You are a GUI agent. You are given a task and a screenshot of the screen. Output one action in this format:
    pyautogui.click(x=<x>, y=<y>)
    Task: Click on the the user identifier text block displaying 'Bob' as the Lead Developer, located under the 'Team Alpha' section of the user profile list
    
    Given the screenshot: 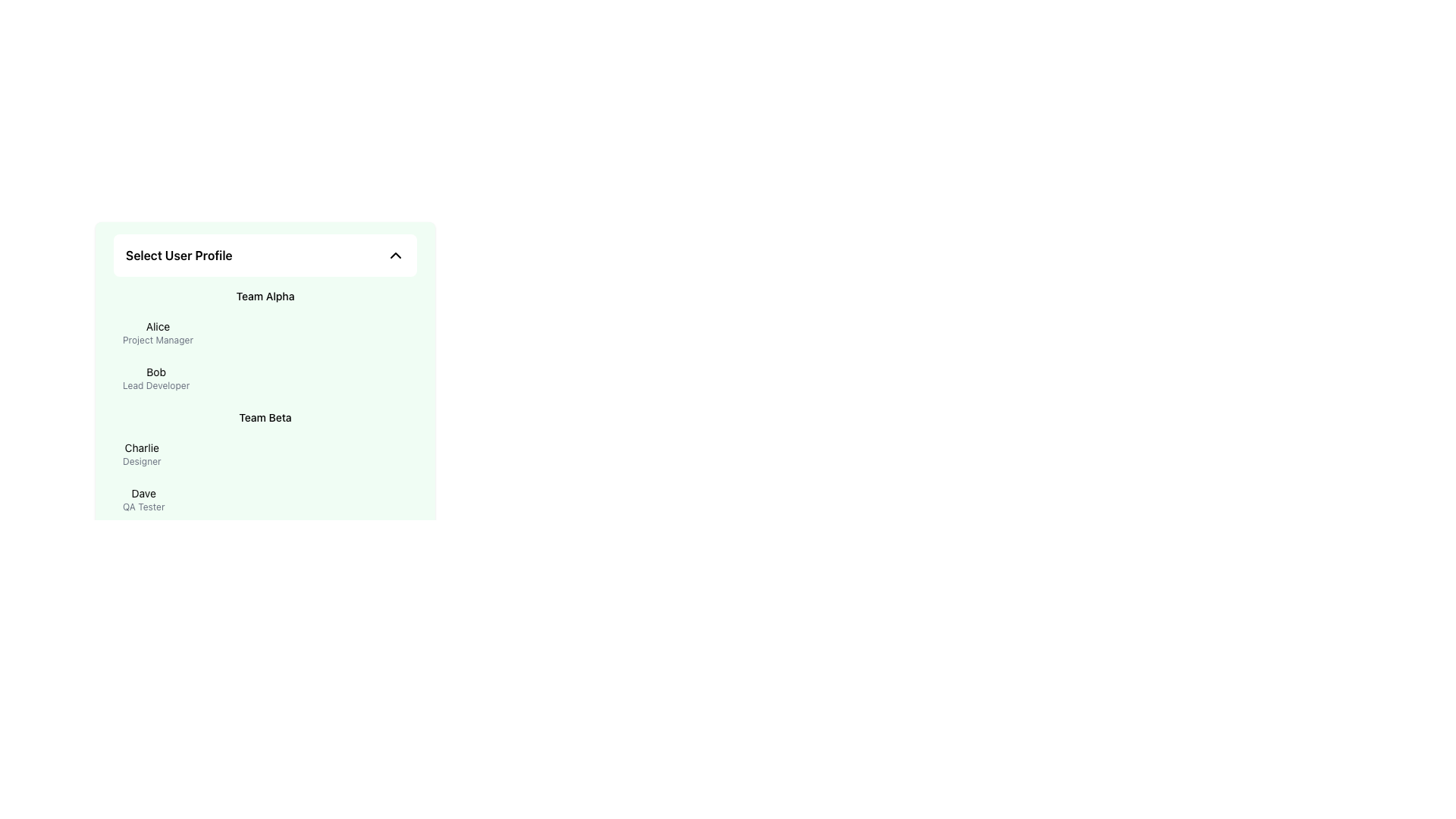 What is the action you would take?
    pyautogui.click(x=156, y=377)
    